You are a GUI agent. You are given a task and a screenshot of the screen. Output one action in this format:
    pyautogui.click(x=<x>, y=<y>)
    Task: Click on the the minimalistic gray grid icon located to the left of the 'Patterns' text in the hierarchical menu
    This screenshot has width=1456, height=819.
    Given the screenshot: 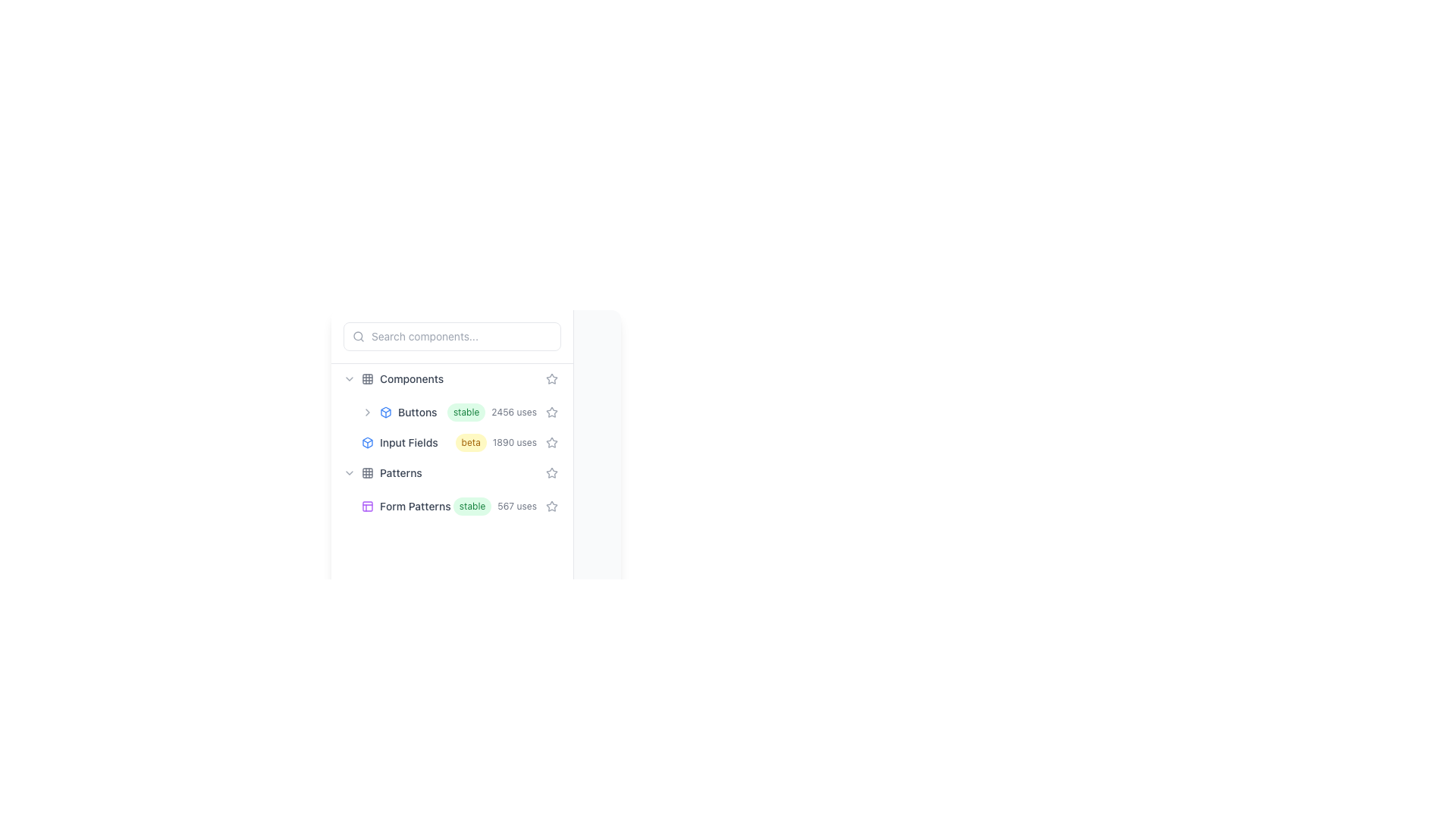 What is the action you would take?
    pyautogui.click(x=367, y=472)
    